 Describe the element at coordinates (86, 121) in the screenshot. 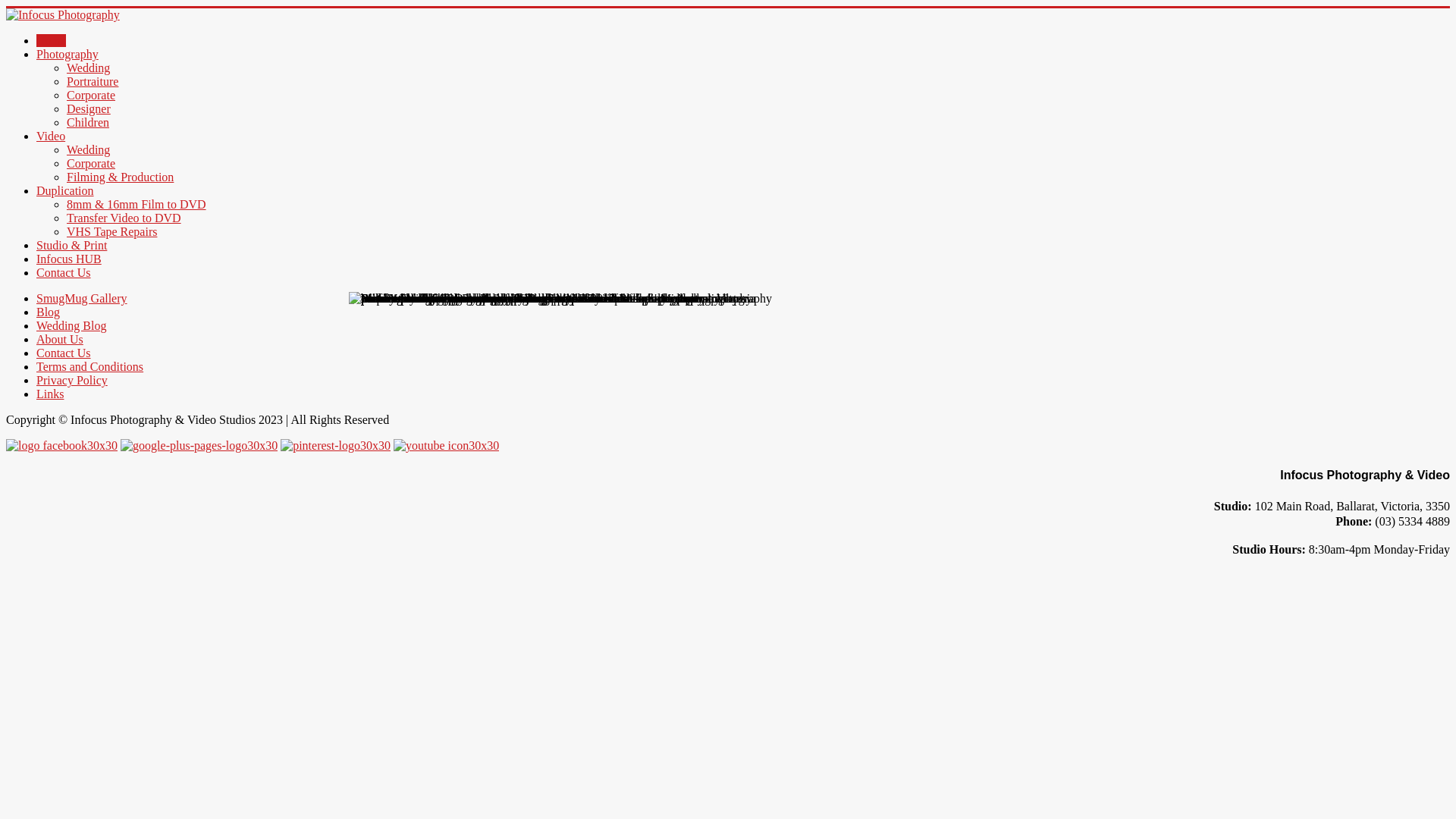

I see `'Children'` at that location.